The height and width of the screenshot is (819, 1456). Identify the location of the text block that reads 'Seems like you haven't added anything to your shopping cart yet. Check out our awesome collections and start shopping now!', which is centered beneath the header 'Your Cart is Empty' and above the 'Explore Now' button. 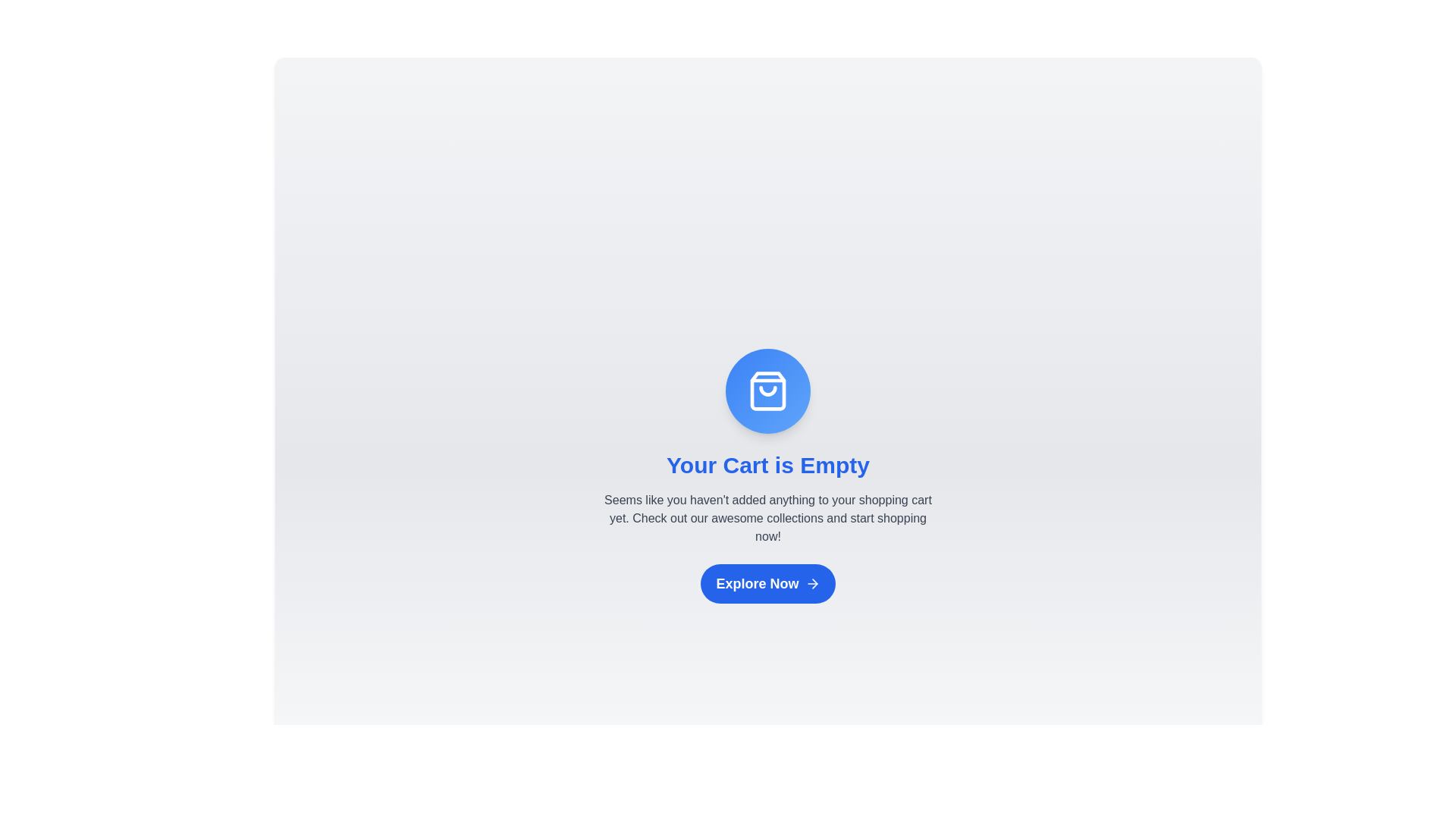
(767, 517).